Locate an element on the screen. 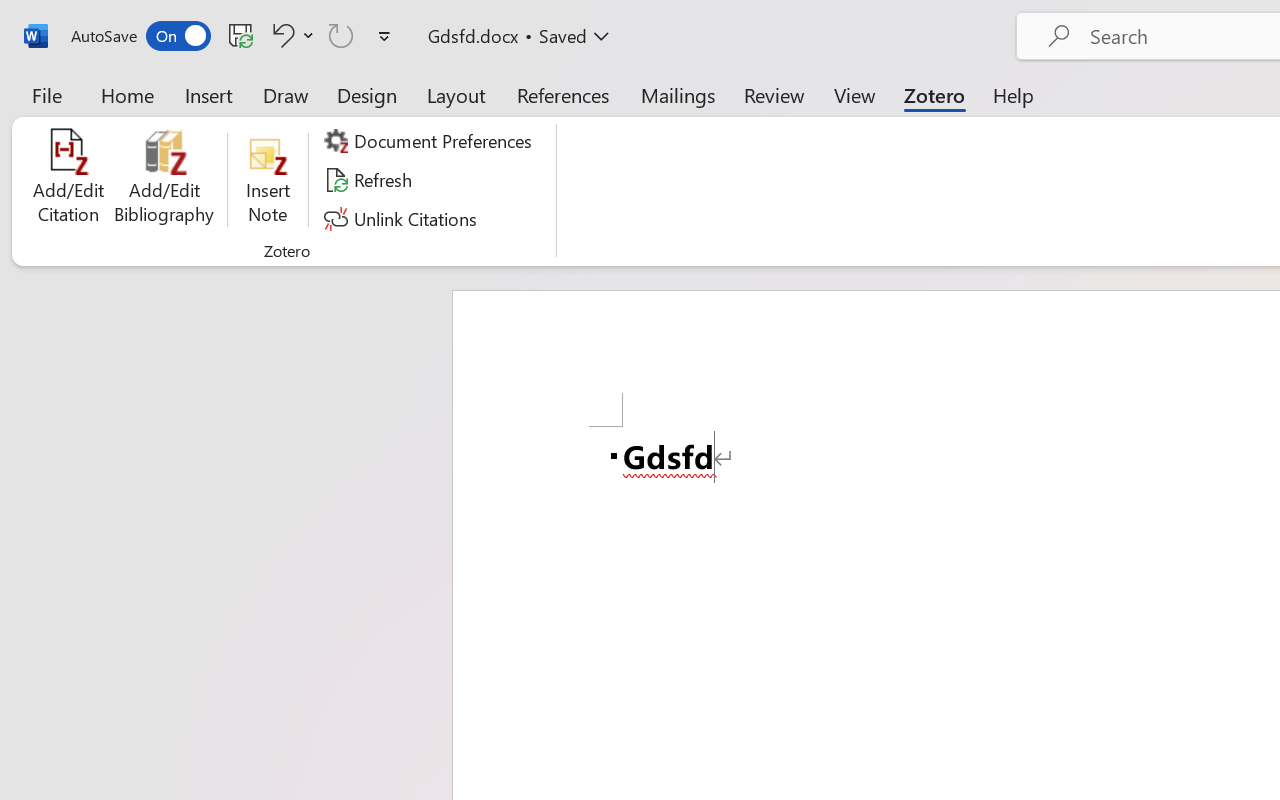  'Insert Note' is located at coordinates (267, 179).